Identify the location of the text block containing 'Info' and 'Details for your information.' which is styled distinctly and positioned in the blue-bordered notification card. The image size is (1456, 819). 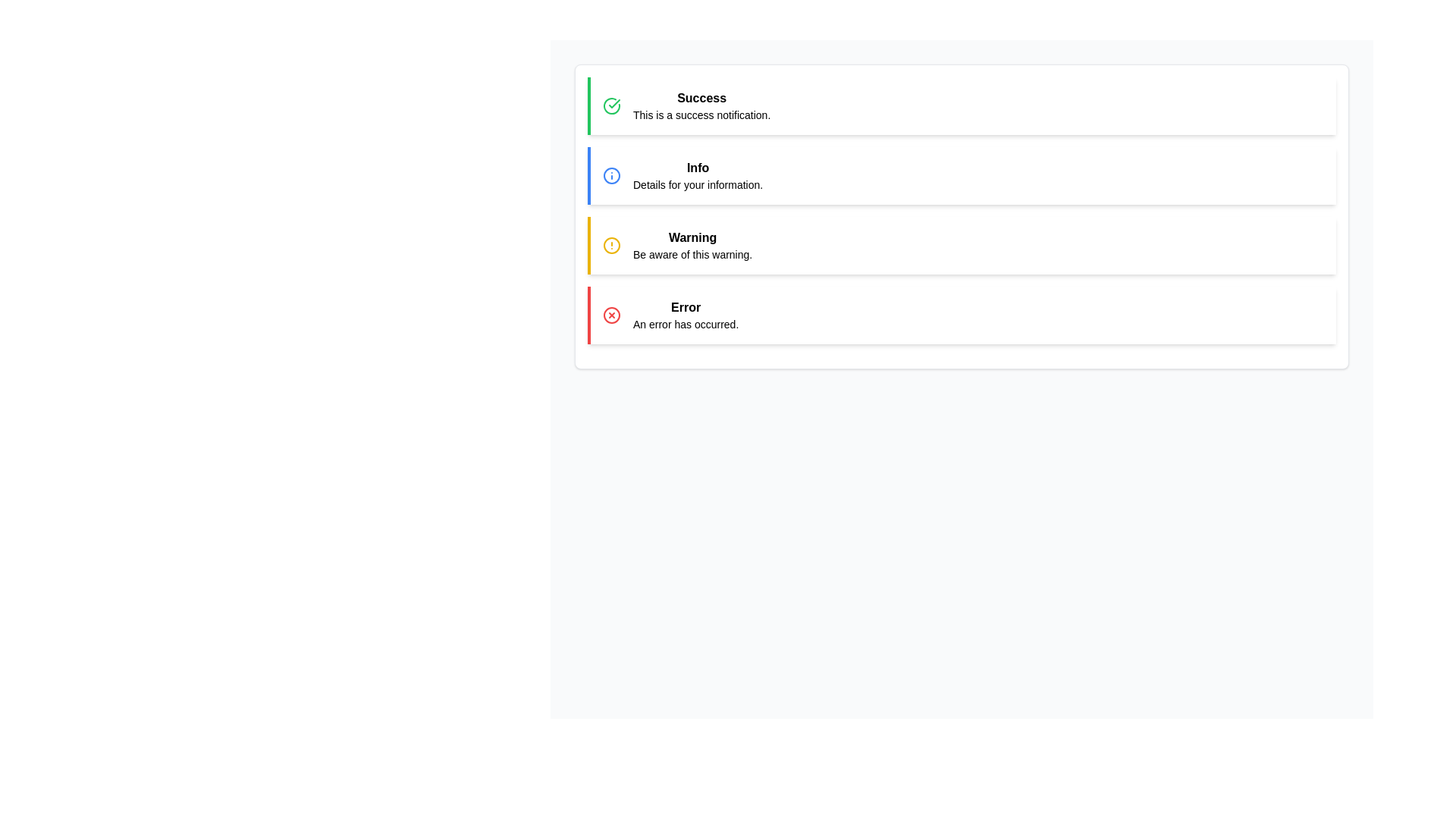
(697, 174).